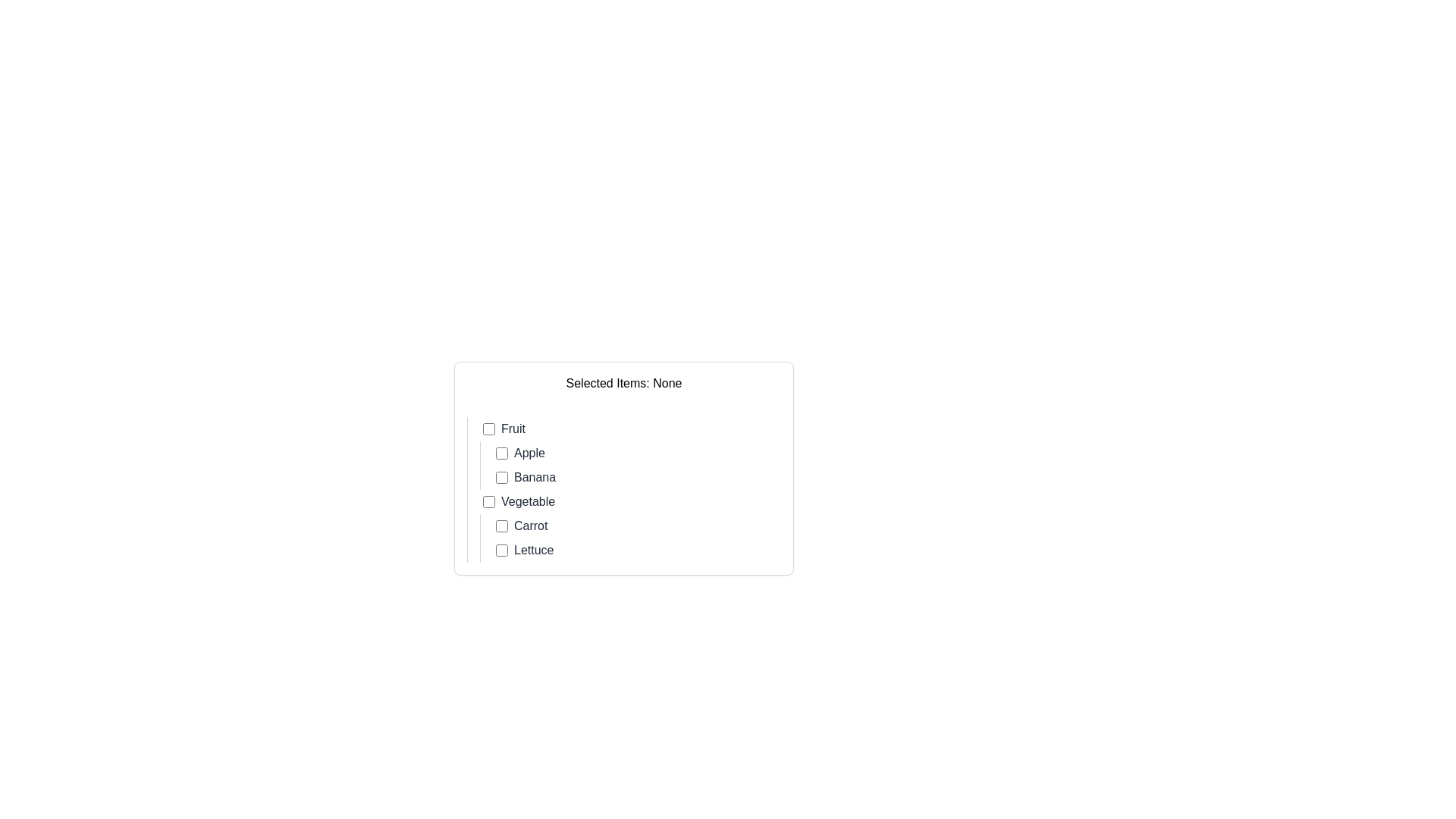 This screenshot has height=819, width=1456. Describe the element at coordinates (502, 526) in the screenshot. I see `the checkbox next to the label 'Carrot'` at that location.